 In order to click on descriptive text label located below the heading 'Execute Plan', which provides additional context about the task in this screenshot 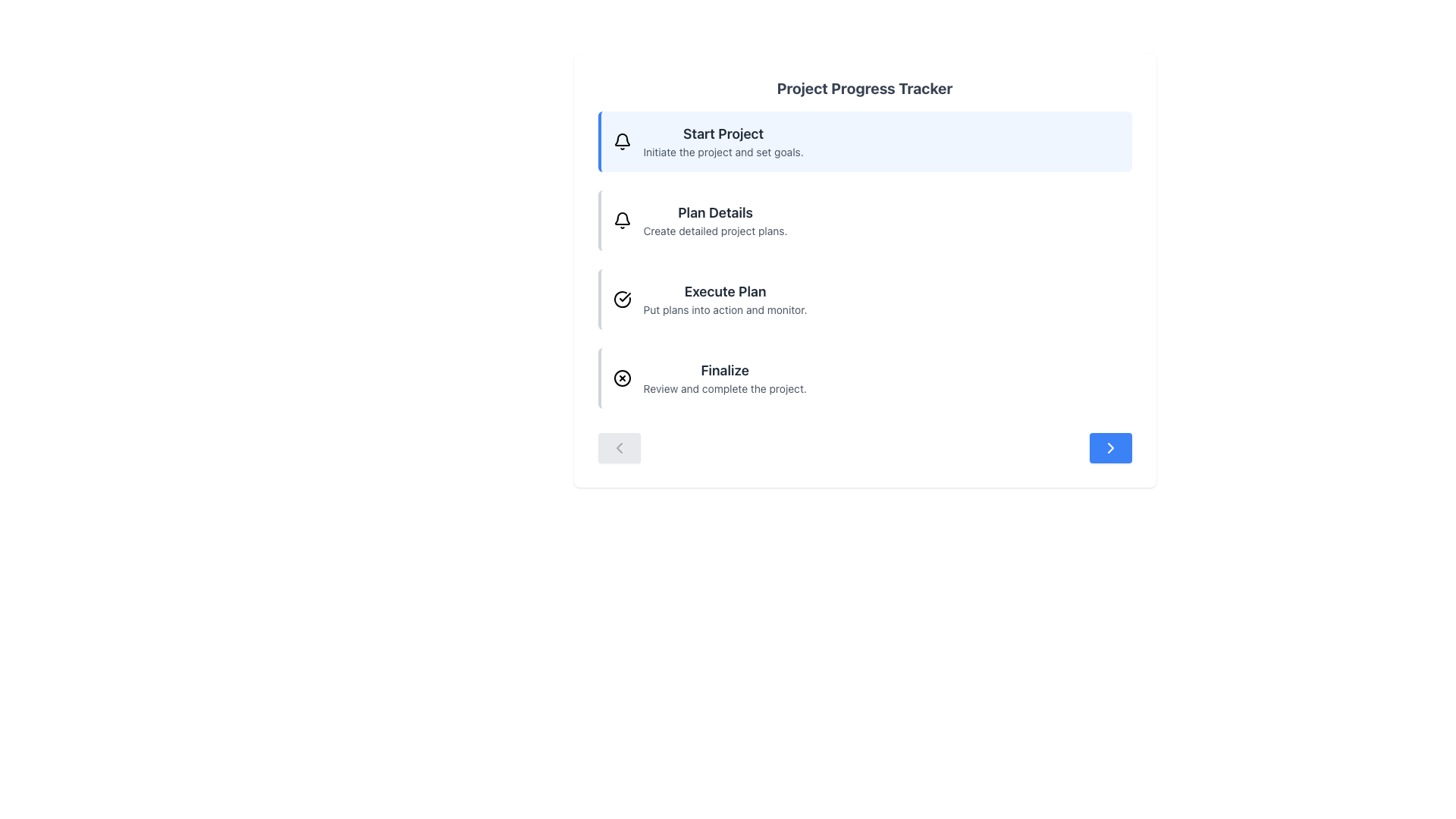, I will do `click(724, 309)`.